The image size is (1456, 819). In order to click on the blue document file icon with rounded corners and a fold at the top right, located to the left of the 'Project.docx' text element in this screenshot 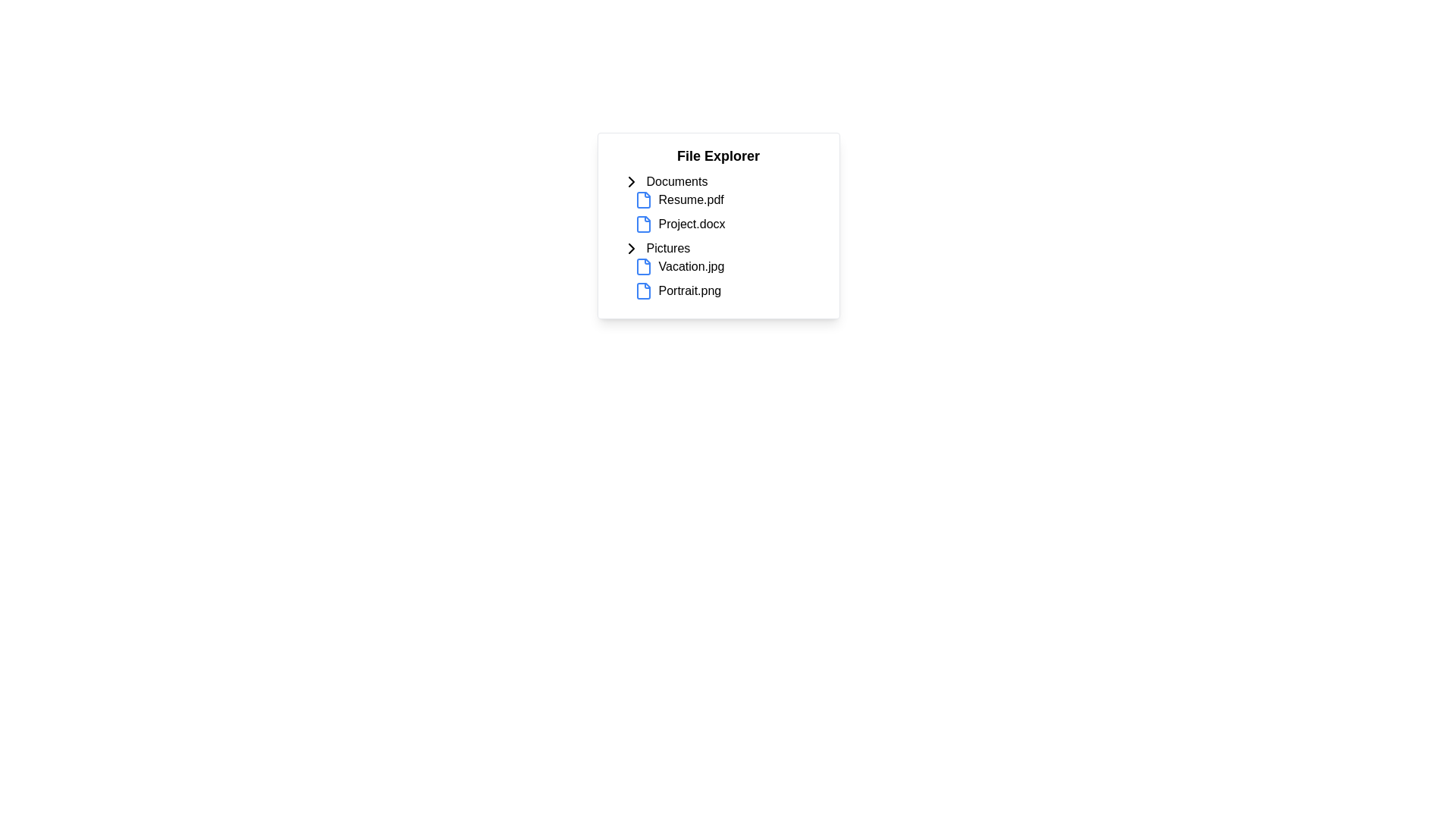, I will do `click(643, 224)`.